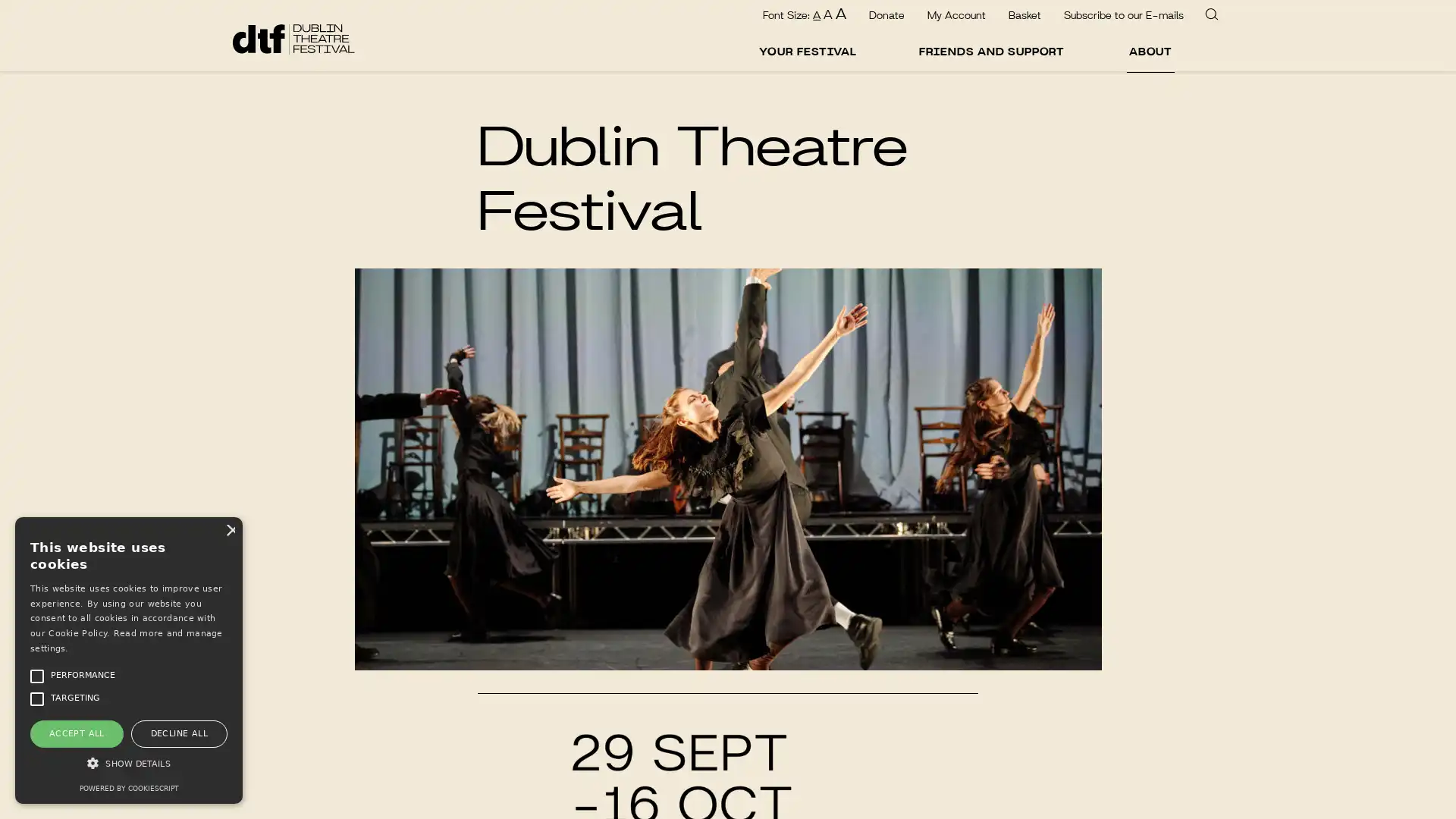 This screenshot has height=819, width=1456. I want to click on DECLINE ALL, so click(178, 733).